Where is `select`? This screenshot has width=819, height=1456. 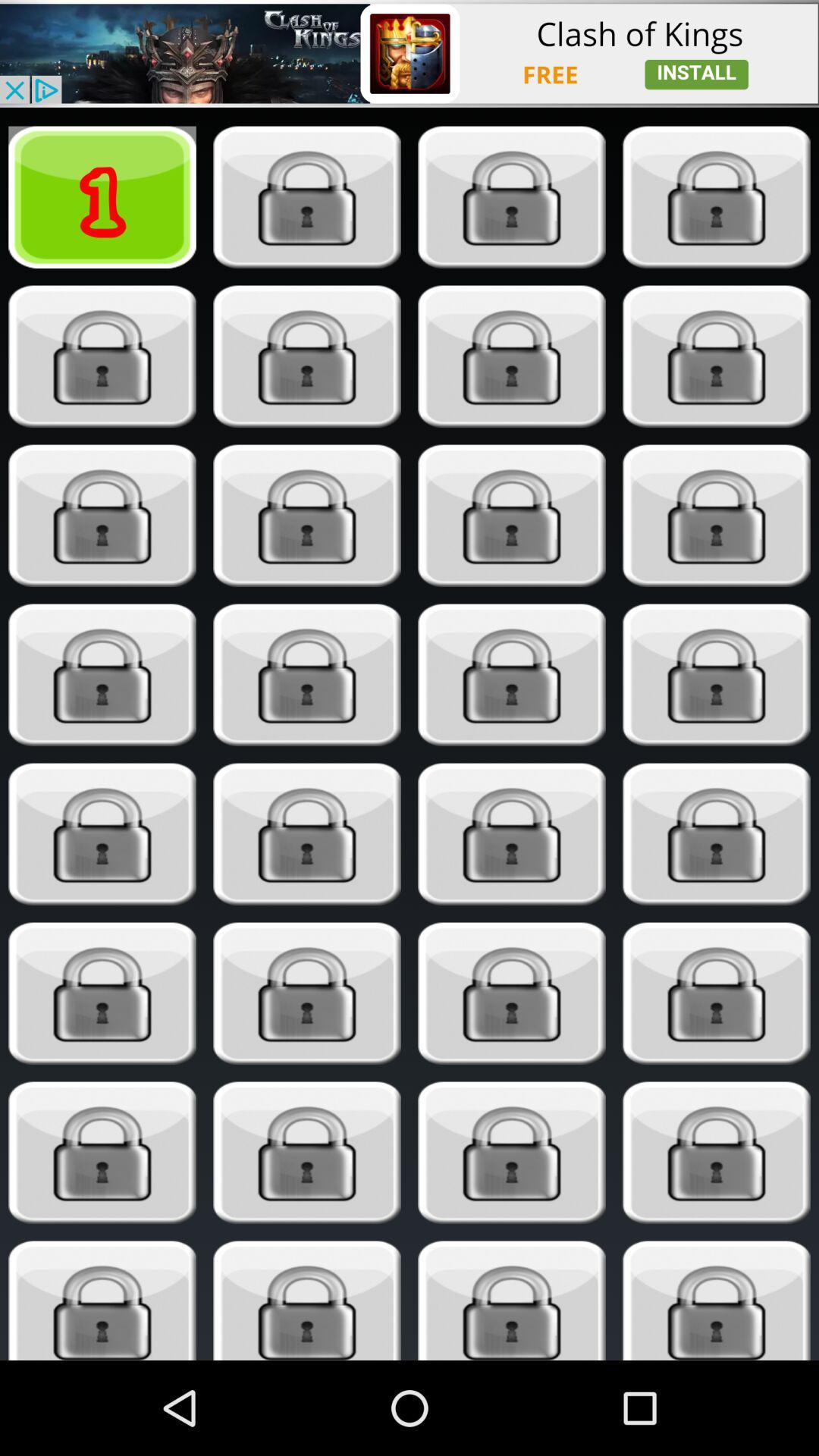 select is located at coordinates (717, 356).